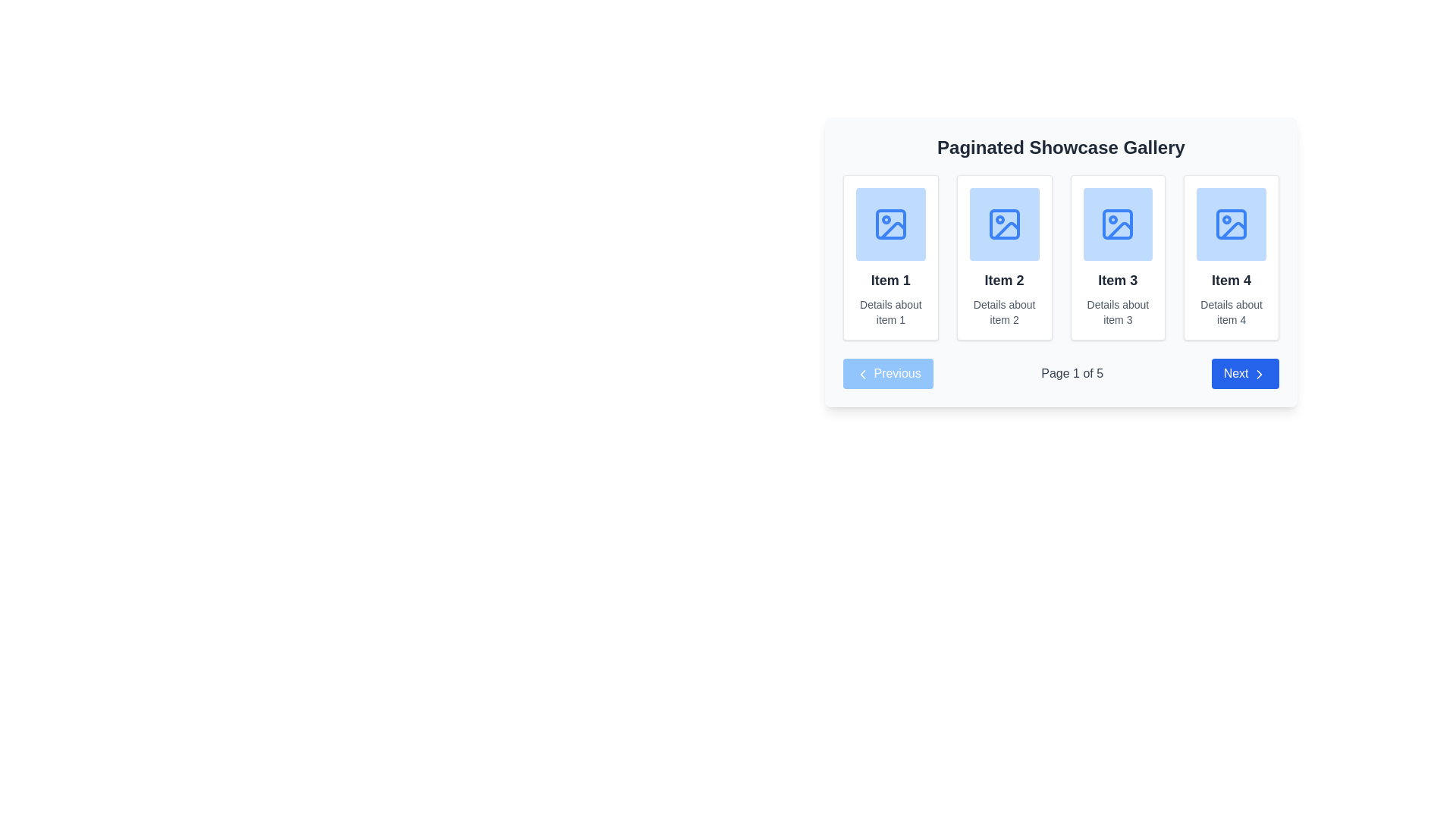 The width and height of the screenshot is (1456, 819). What do you see at coordinates (1259, 374) in the screenshot?
I see `the chevron icon located at the bottom-right corner of the gallery interface, which indicates the action of moving to the next page in the paginated gallery as part of the 'Next' button` at bounding box center [1259, 374].